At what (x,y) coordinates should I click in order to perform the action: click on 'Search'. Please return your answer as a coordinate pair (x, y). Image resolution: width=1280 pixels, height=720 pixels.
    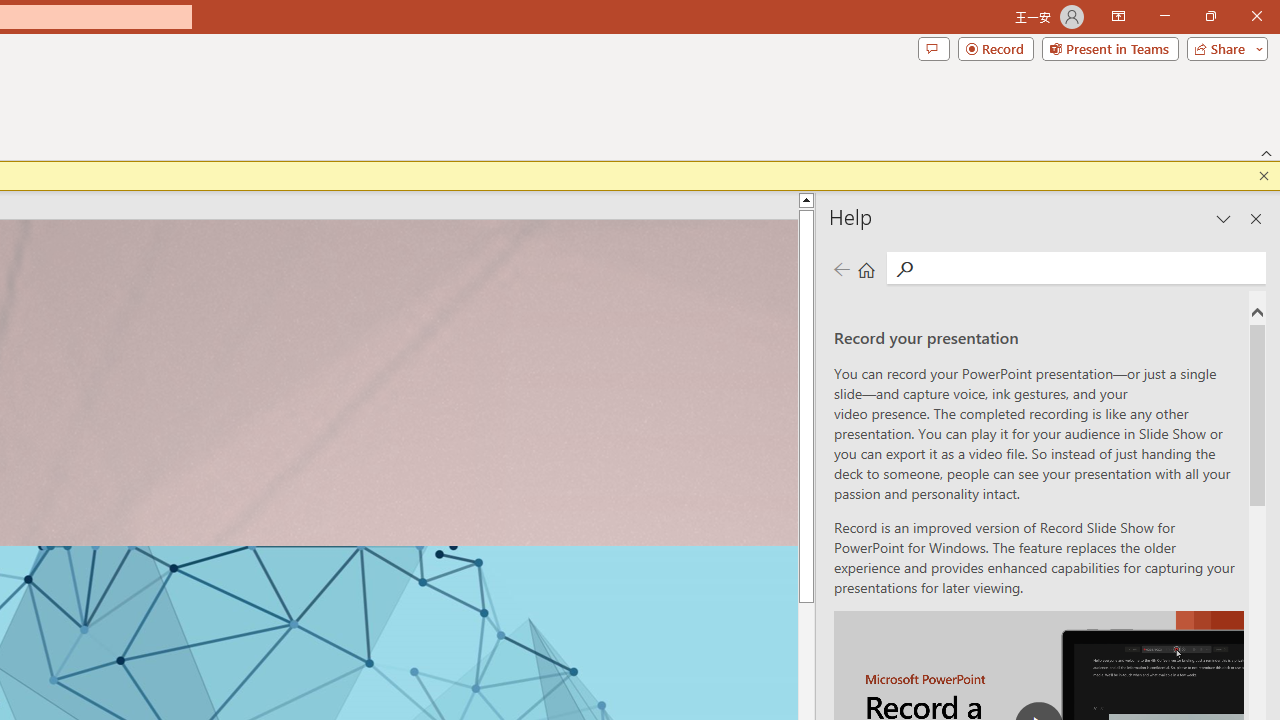
    Looking at the image, I should click on (1088, 267).